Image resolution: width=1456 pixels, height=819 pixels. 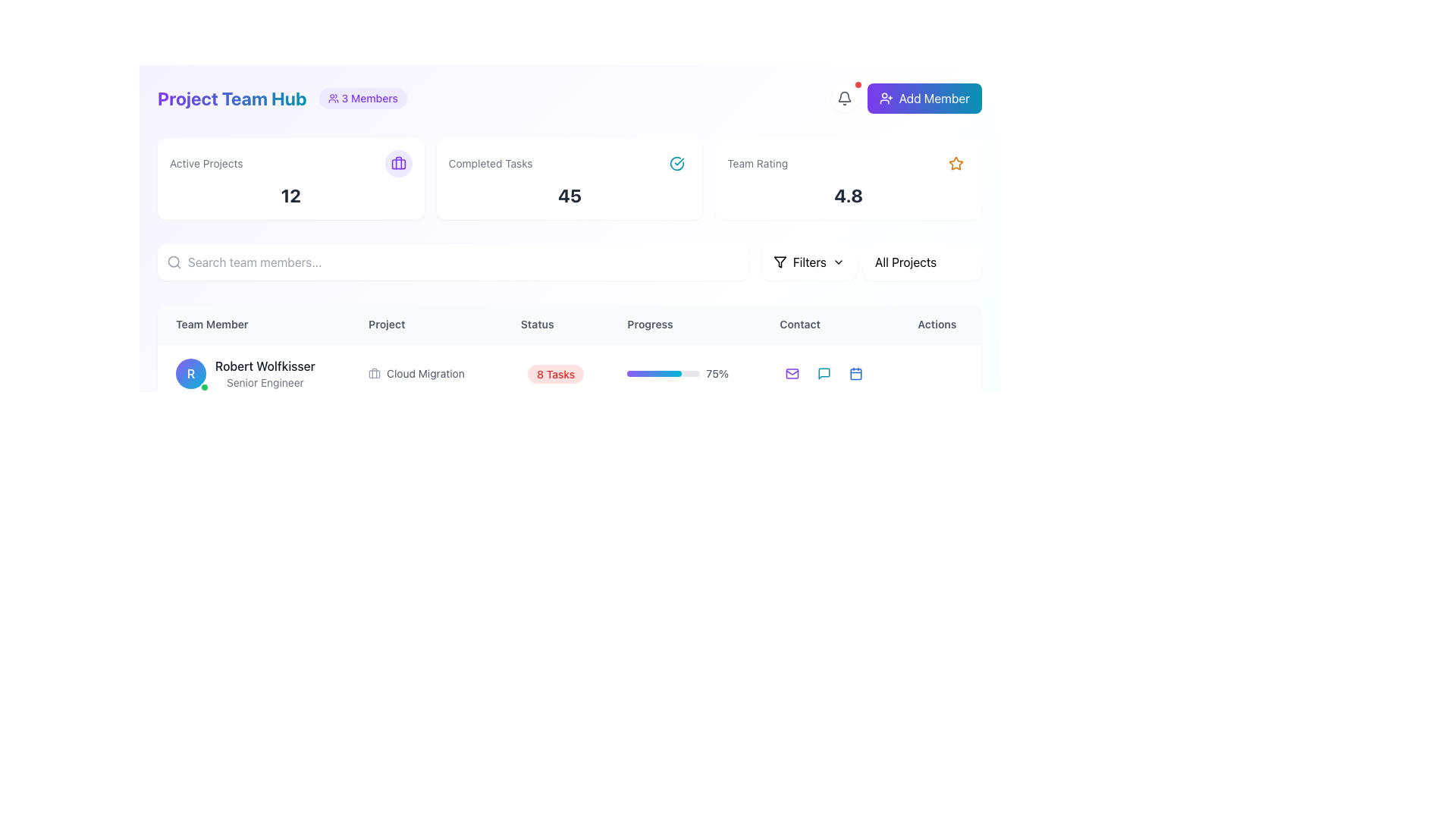 I want to click on text label indicating the column for actionable items in the header row of the table, which is positioned as the sixth item after 'Team Member', 'Project', 'Status', 'Progress', and 'Contact', so click(x=940, y=324).